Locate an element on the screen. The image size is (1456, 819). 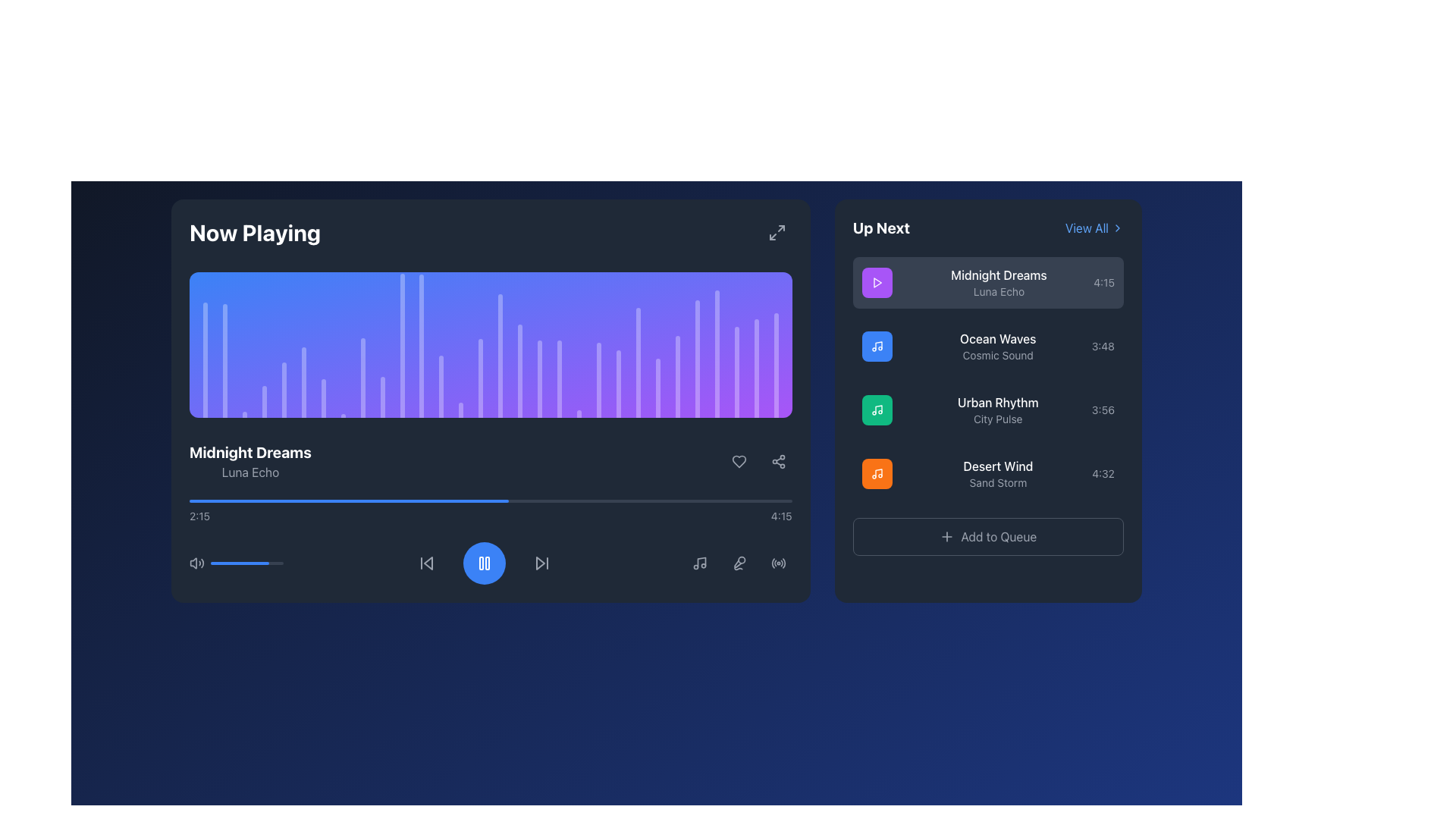
the volume is located at coordinates (256, 563).